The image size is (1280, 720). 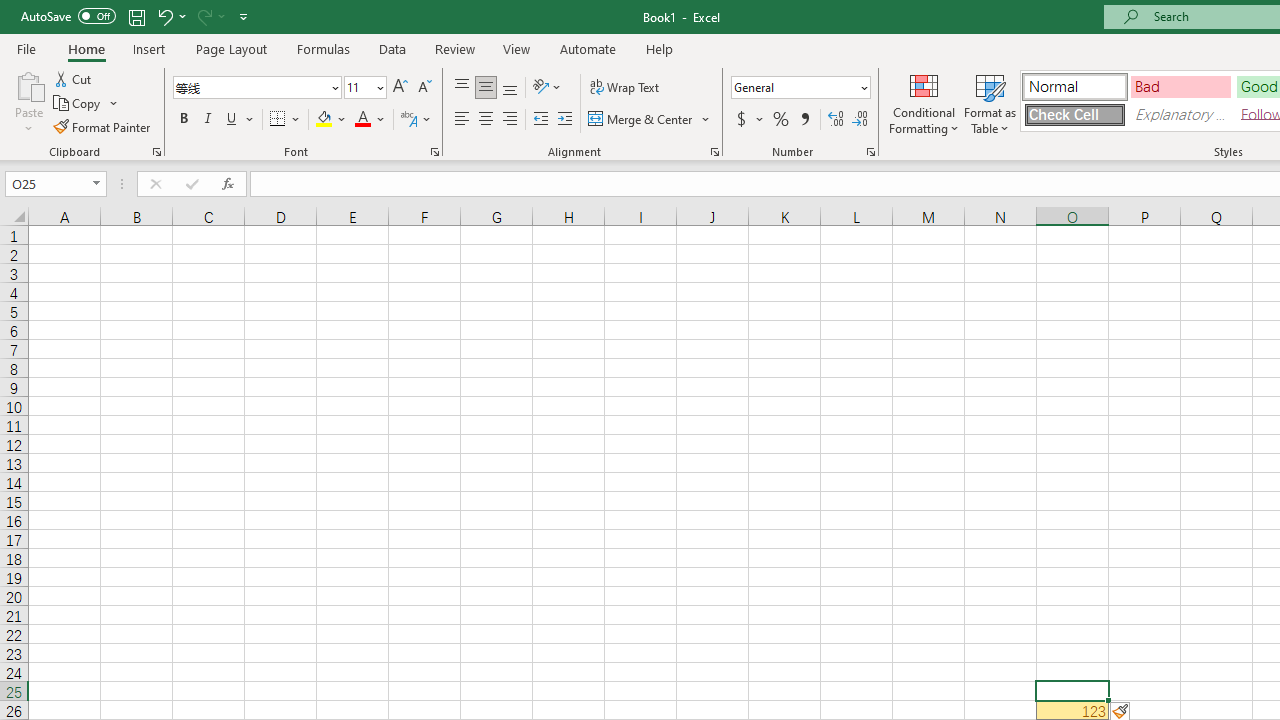 What do you see at coordinates (243, 16) in the screenshot?
I see `'Customize Quick Access Toolbar'` at bounding box center [243, 16].